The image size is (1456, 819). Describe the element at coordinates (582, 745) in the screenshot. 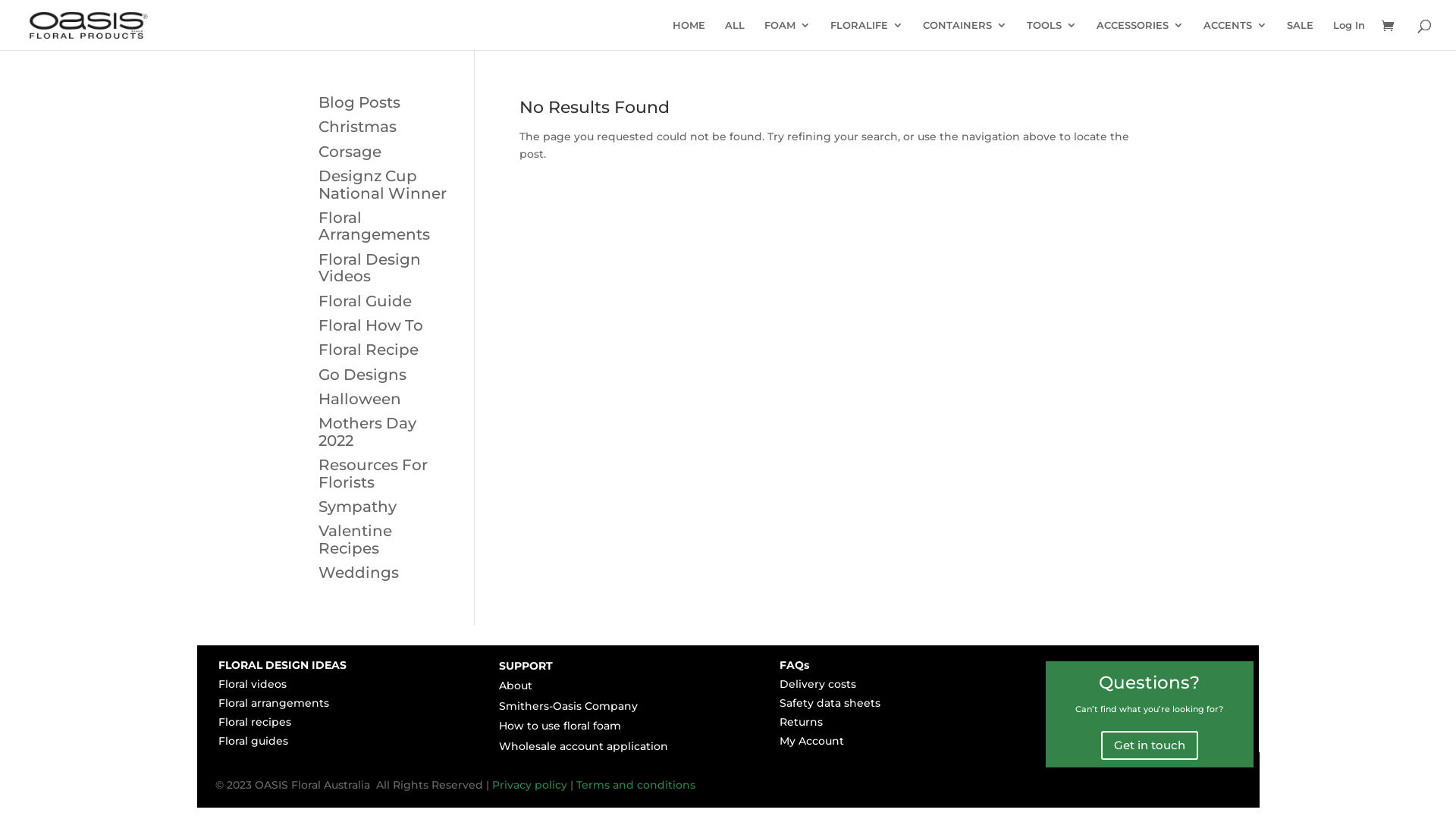

I see `'Wholesale account application'` at that location.